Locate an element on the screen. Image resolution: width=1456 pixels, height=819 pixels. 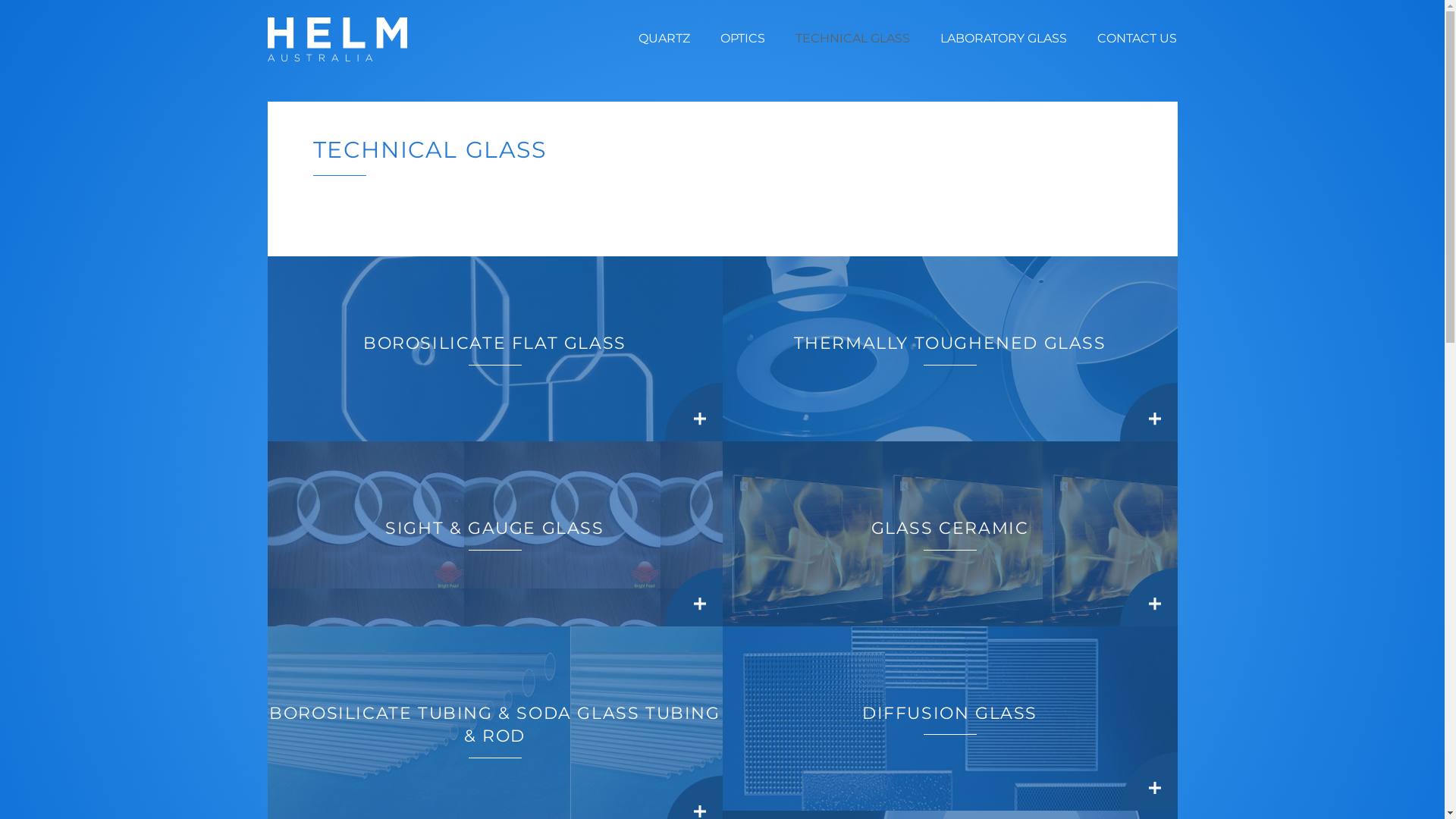
'SIGHT & GAUGE GLASS' is located at coordinates (494, 533).